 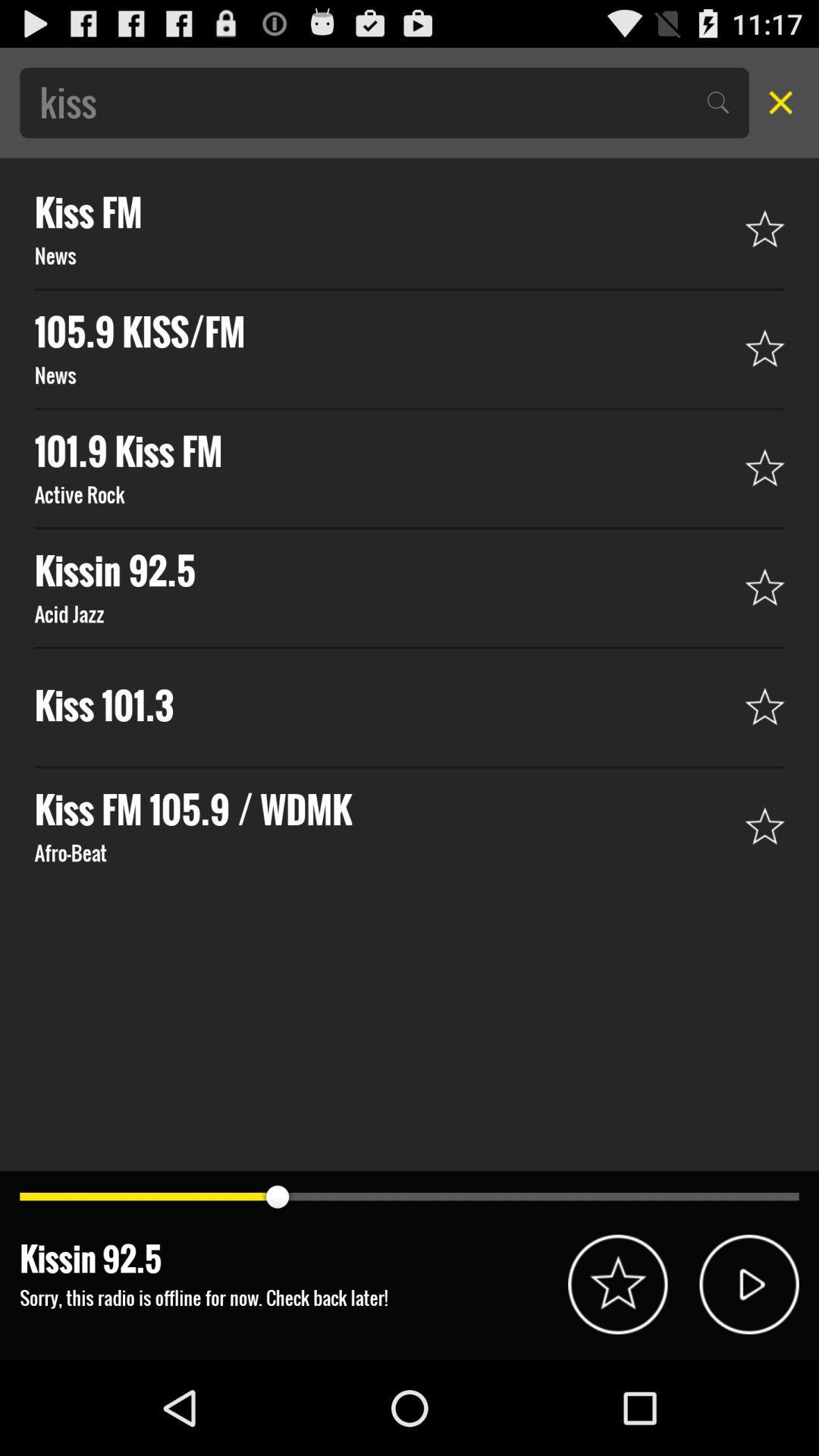 What do you see at coordinates (776, 102) in the screenshot?
I see `search` at bounding box center [776, 102].